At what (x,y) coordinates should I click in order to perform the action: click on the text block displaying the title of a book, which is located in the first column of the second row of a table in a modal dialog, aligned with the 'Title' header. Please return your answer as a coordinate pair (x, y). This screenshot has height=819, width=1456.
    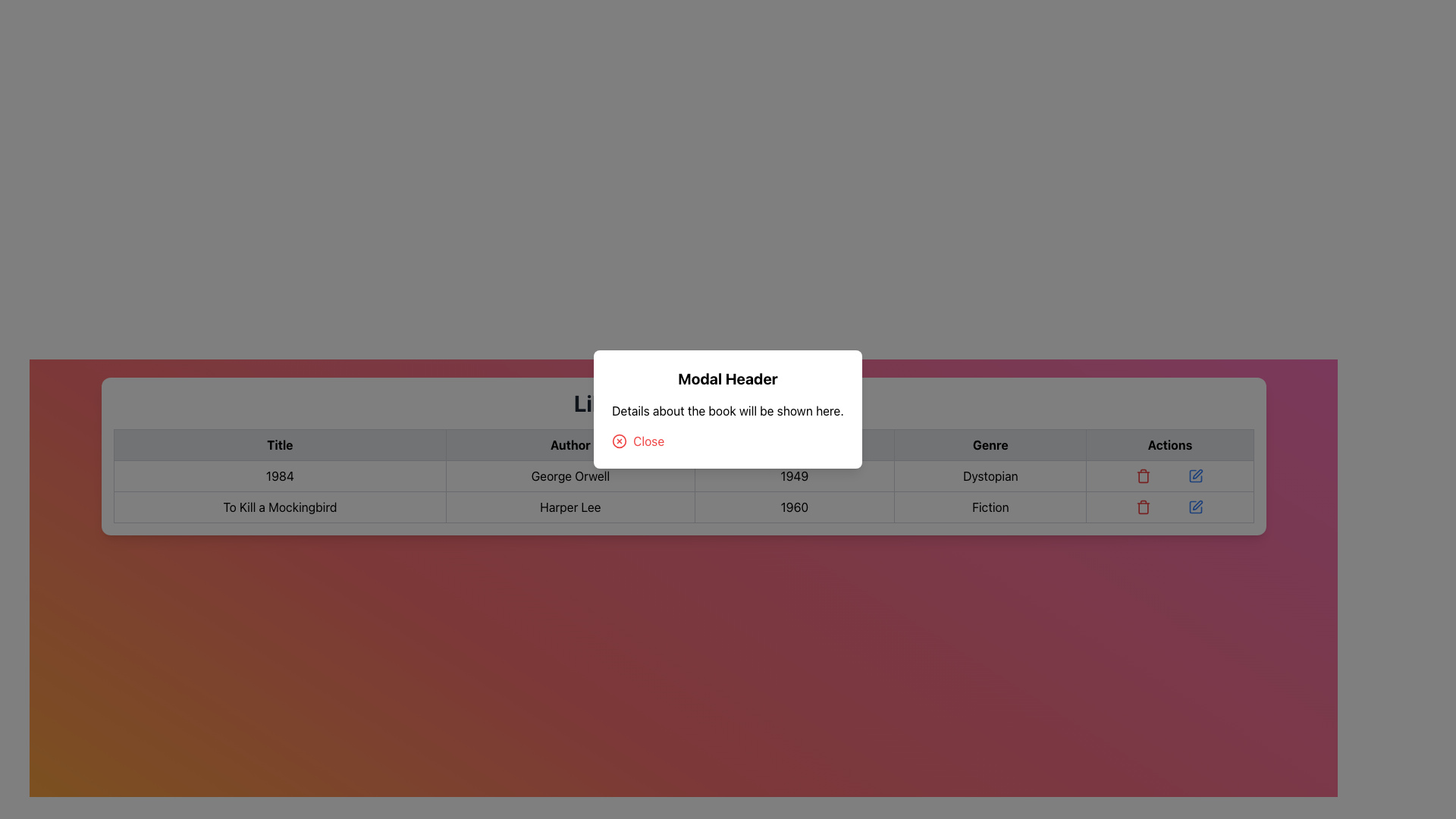
    Looking at the image, I should click on (280, 507).